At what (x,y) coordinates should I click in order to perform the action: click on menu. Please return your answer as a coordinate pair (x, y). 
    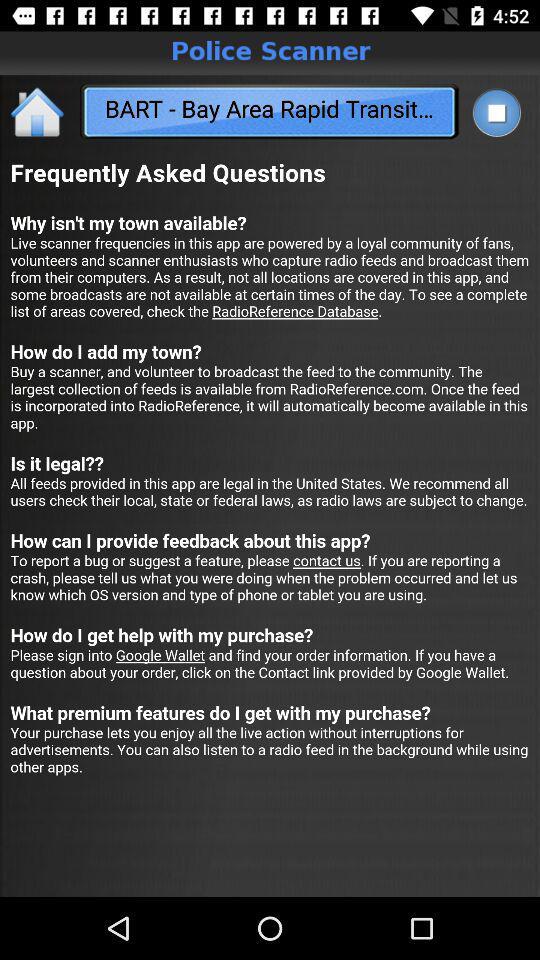
    Looking at the image, I should click on (495, 112).